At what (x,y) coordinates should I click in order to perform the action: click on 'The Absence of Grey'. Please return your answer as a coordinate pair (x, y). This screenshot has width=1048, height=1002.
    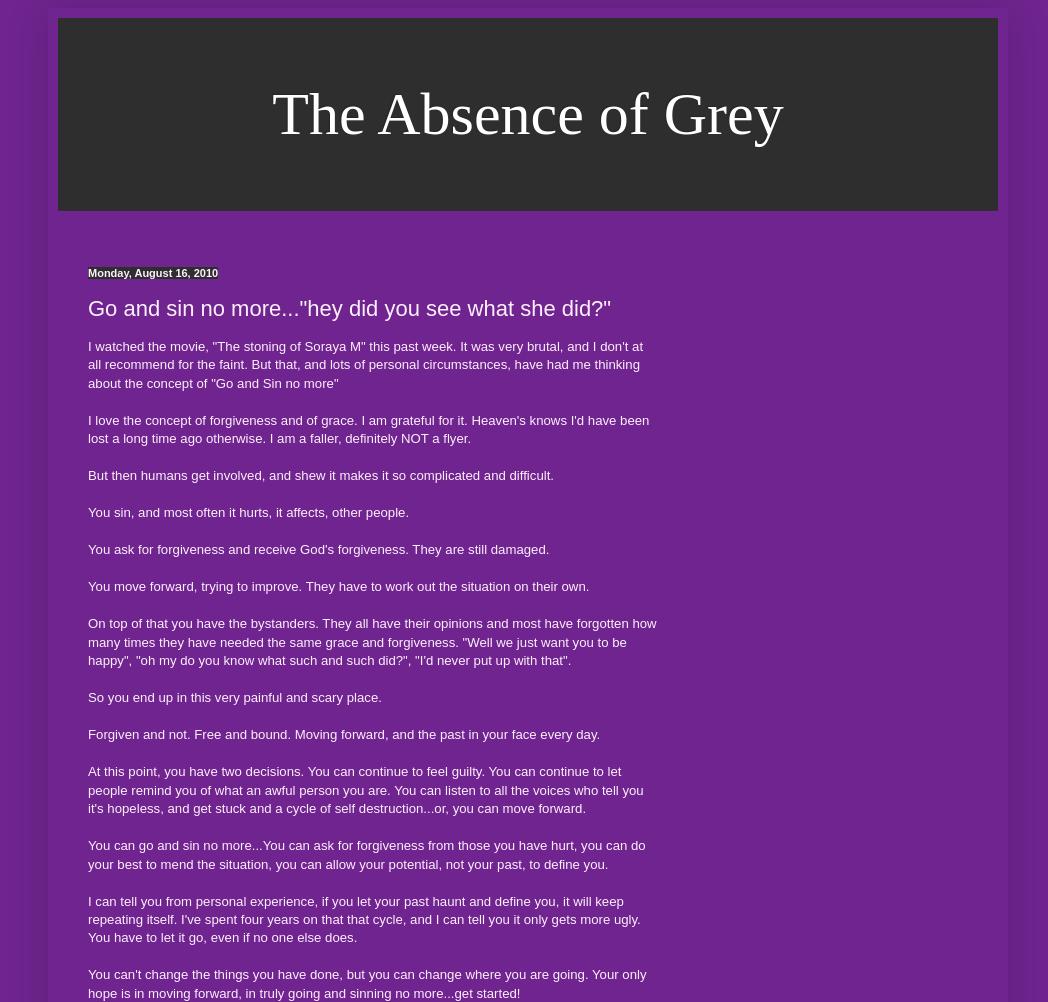
    Looking at the image, I should click on (526, 113).